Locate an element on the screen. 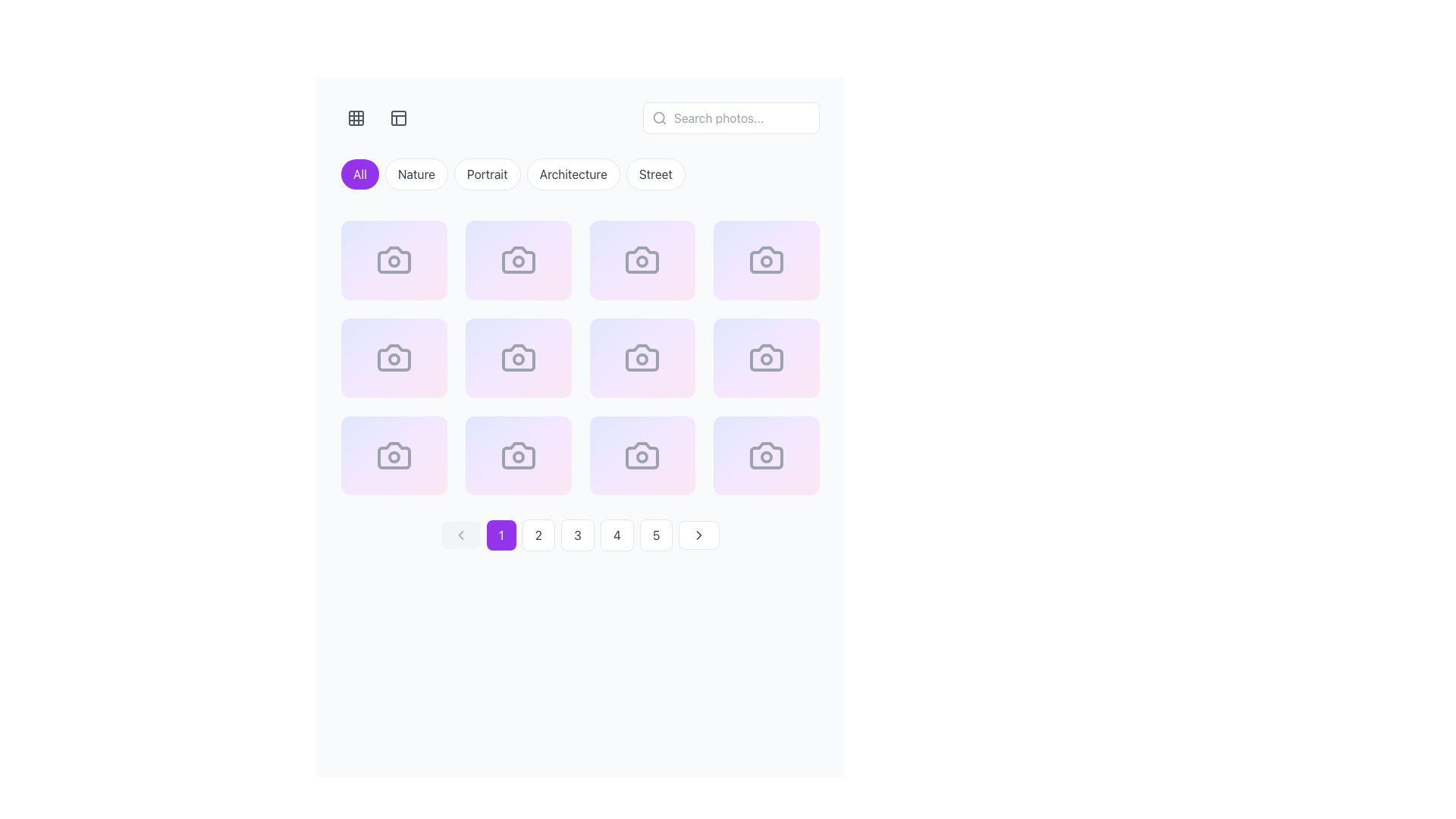 This screenshot has width=1456, height=819. the 'share' button located in the lower-right cell of the grid layout, which features a decorative SVG icon and a rounded background is located at coordinates (773, 469).